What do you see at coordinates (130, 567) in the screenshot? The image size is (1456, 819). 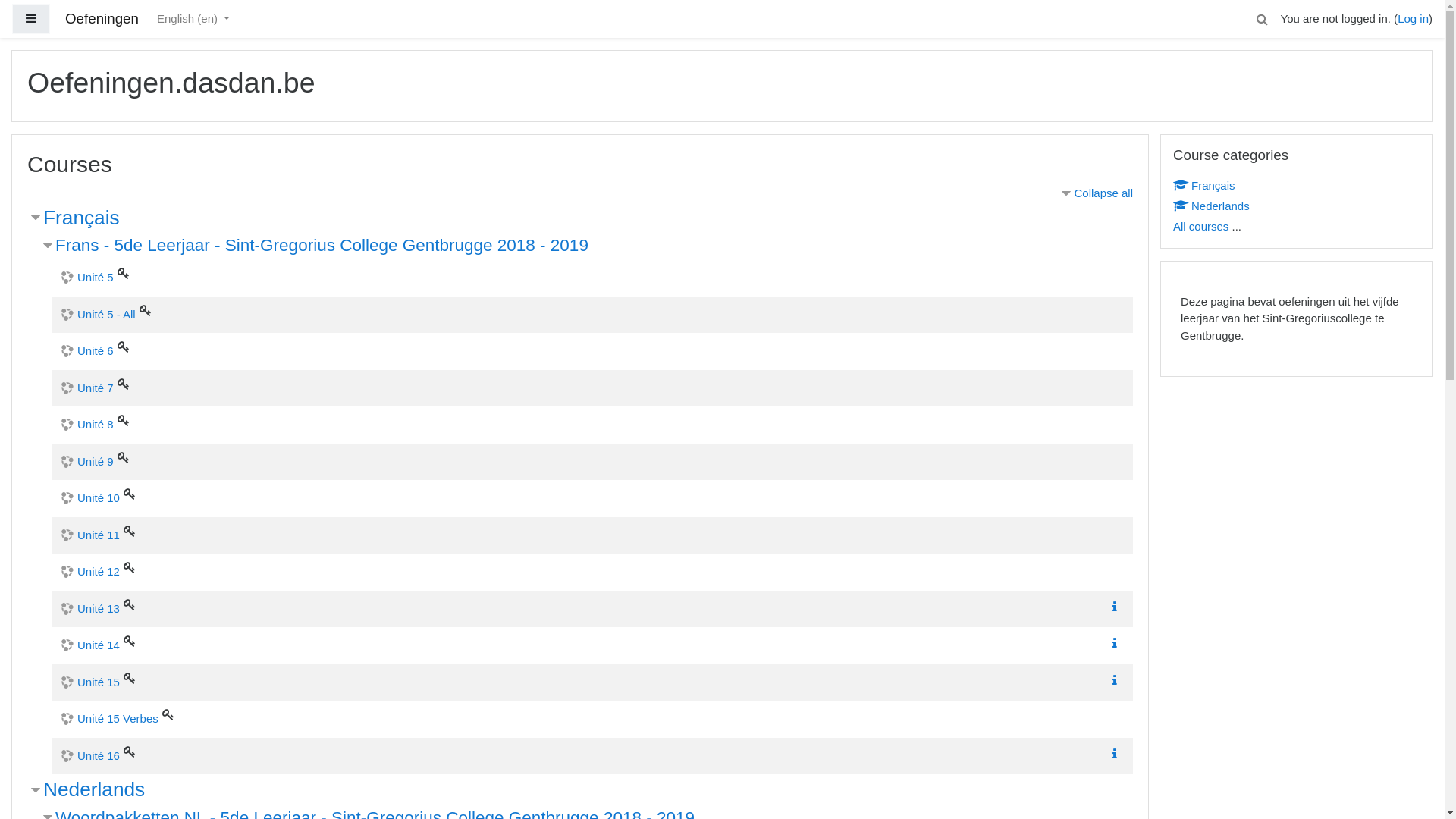 I see `'Self enrolment'` at bounding box center [130, 567].